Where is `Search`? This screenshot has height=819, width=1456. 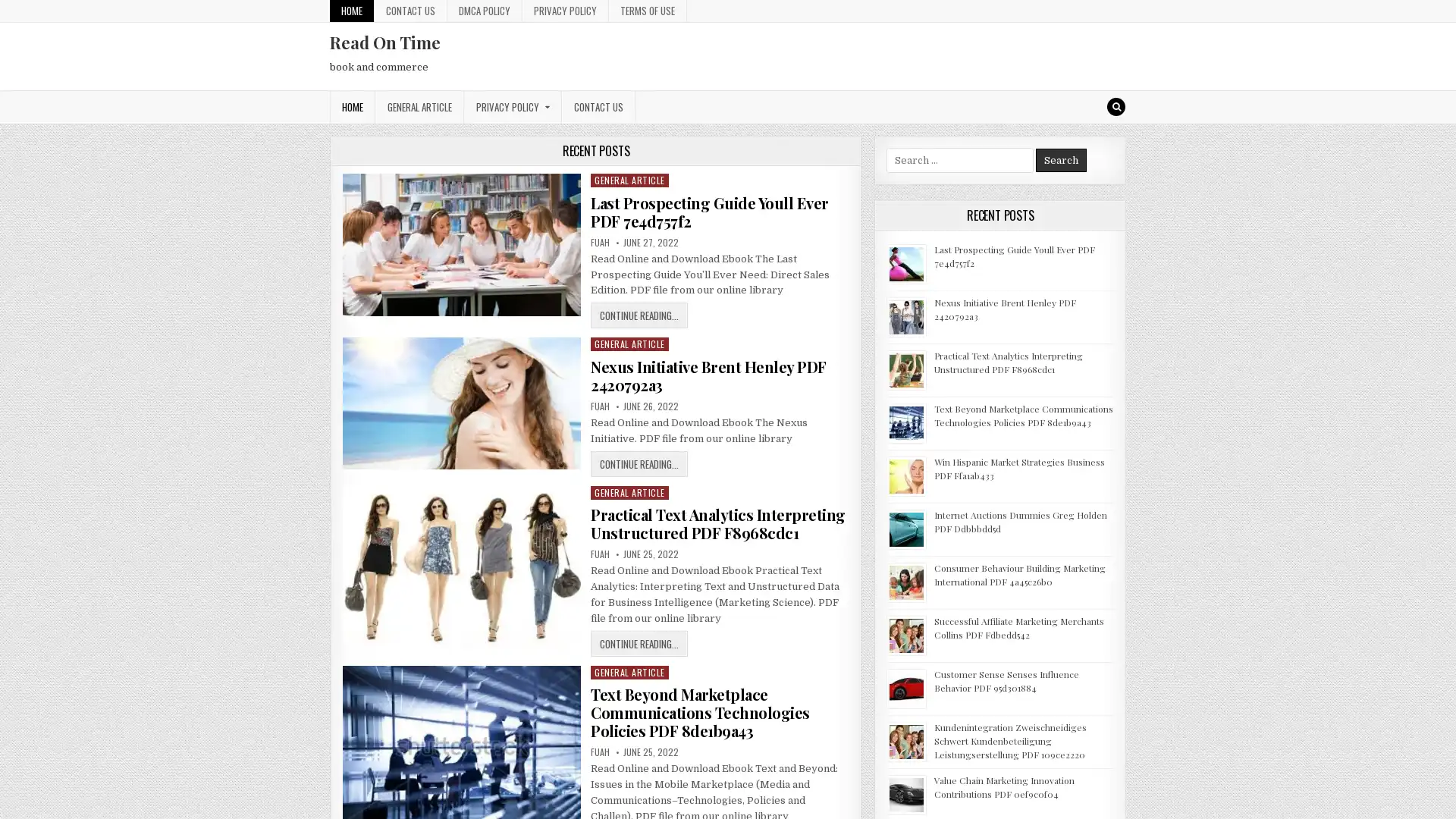
Search is located at coordinates (1060, 160).